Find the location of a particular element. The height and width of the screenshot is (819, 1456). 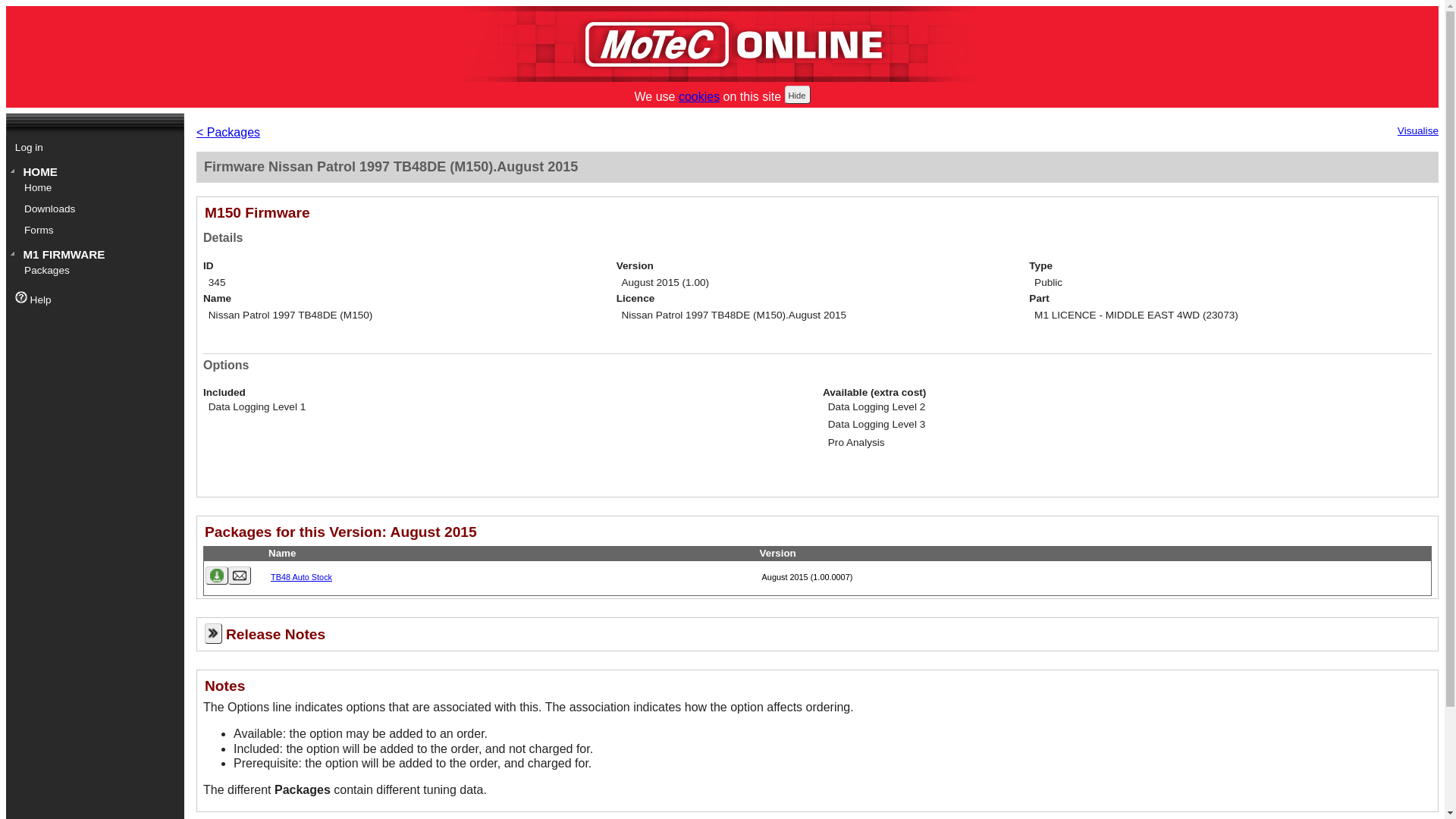

'Help' is located at coordinates (11, 299).